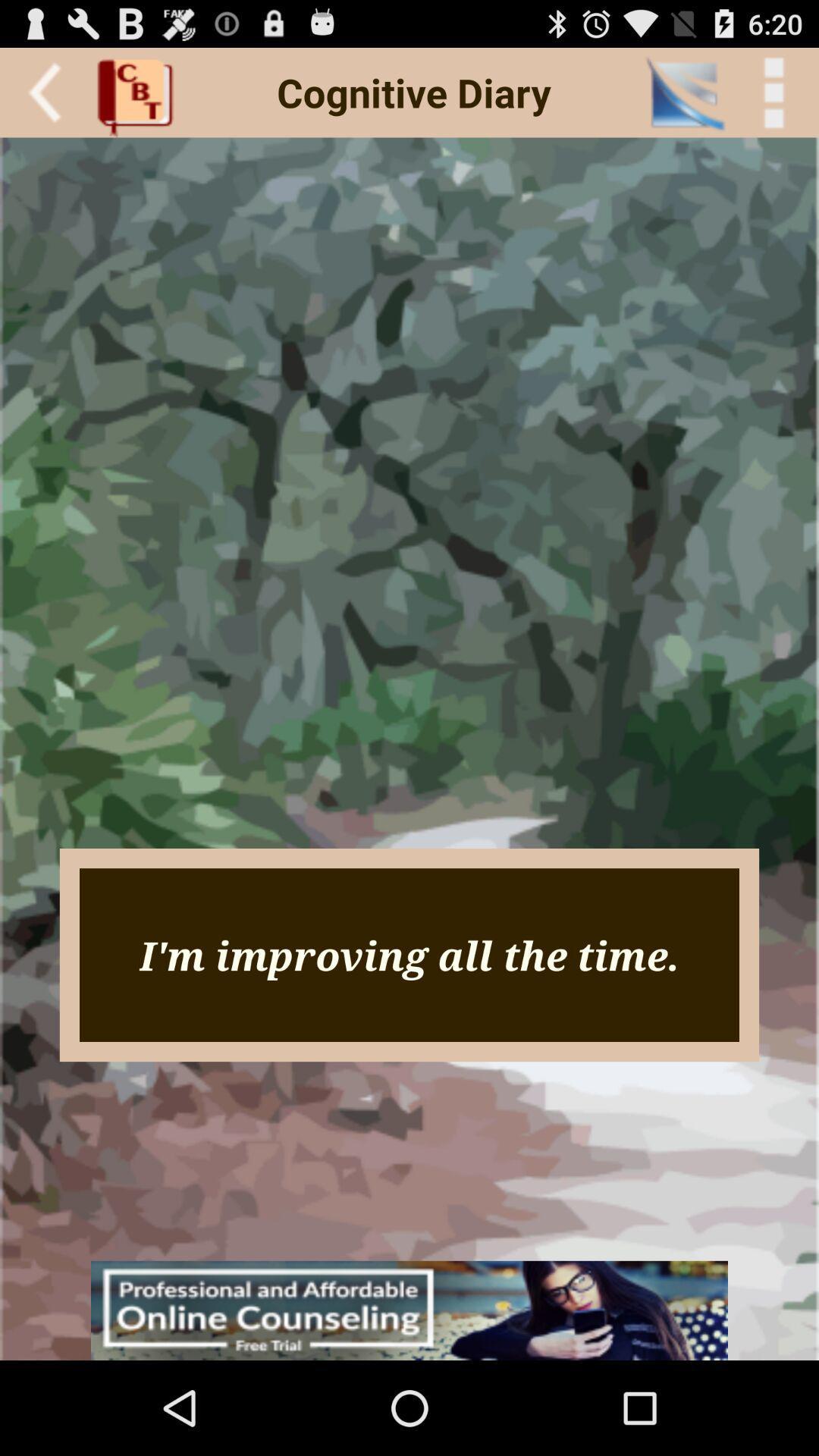  Describe the element at coordinates (409, 1310) in the screenshot. I see `icon below the i m improving` at that location.